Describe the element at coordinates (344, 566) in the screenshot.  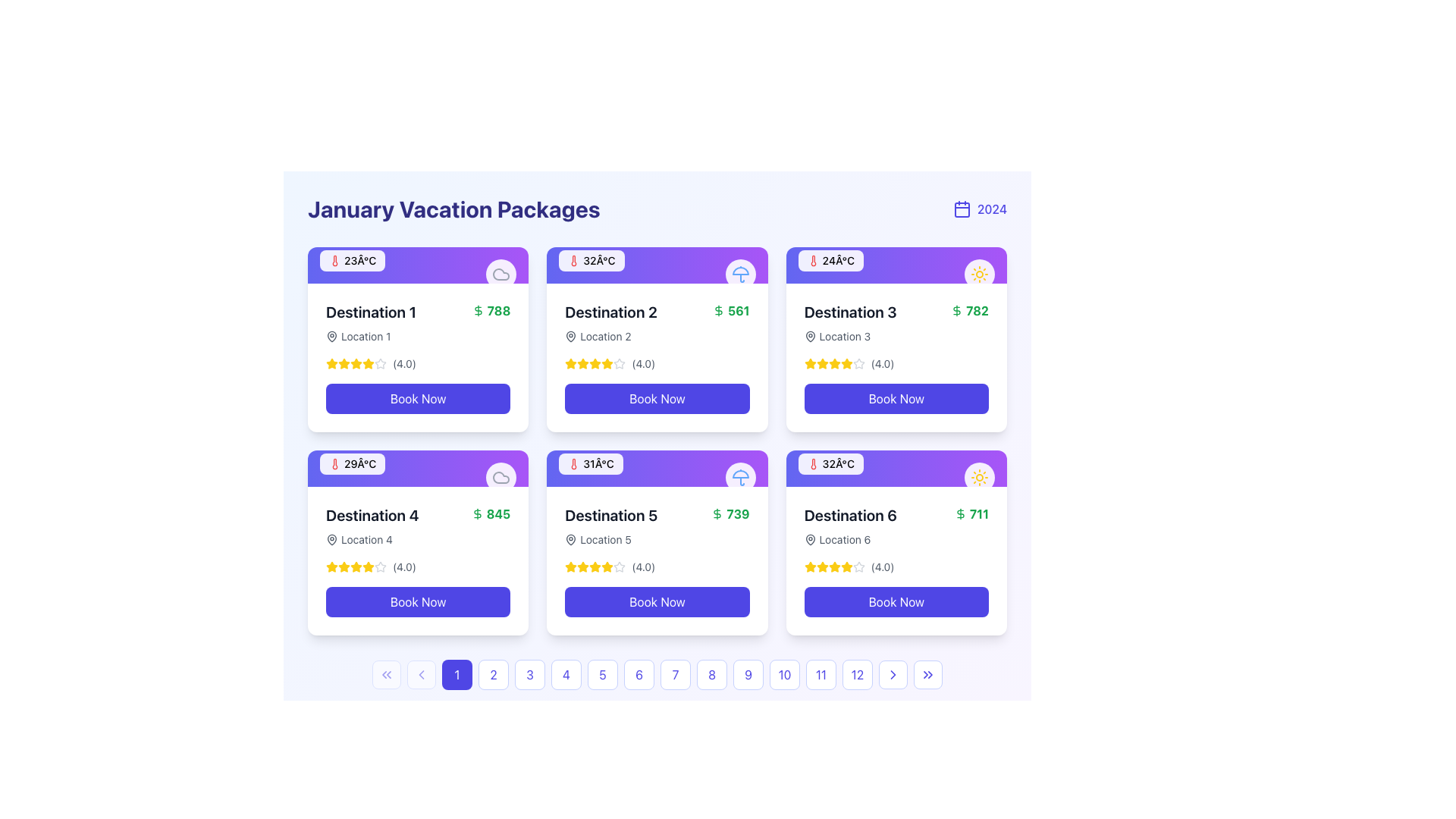
I see `the fourth star icon in the rating system located in the 'Destination 4' card in the lower-left quadrant` at that location.